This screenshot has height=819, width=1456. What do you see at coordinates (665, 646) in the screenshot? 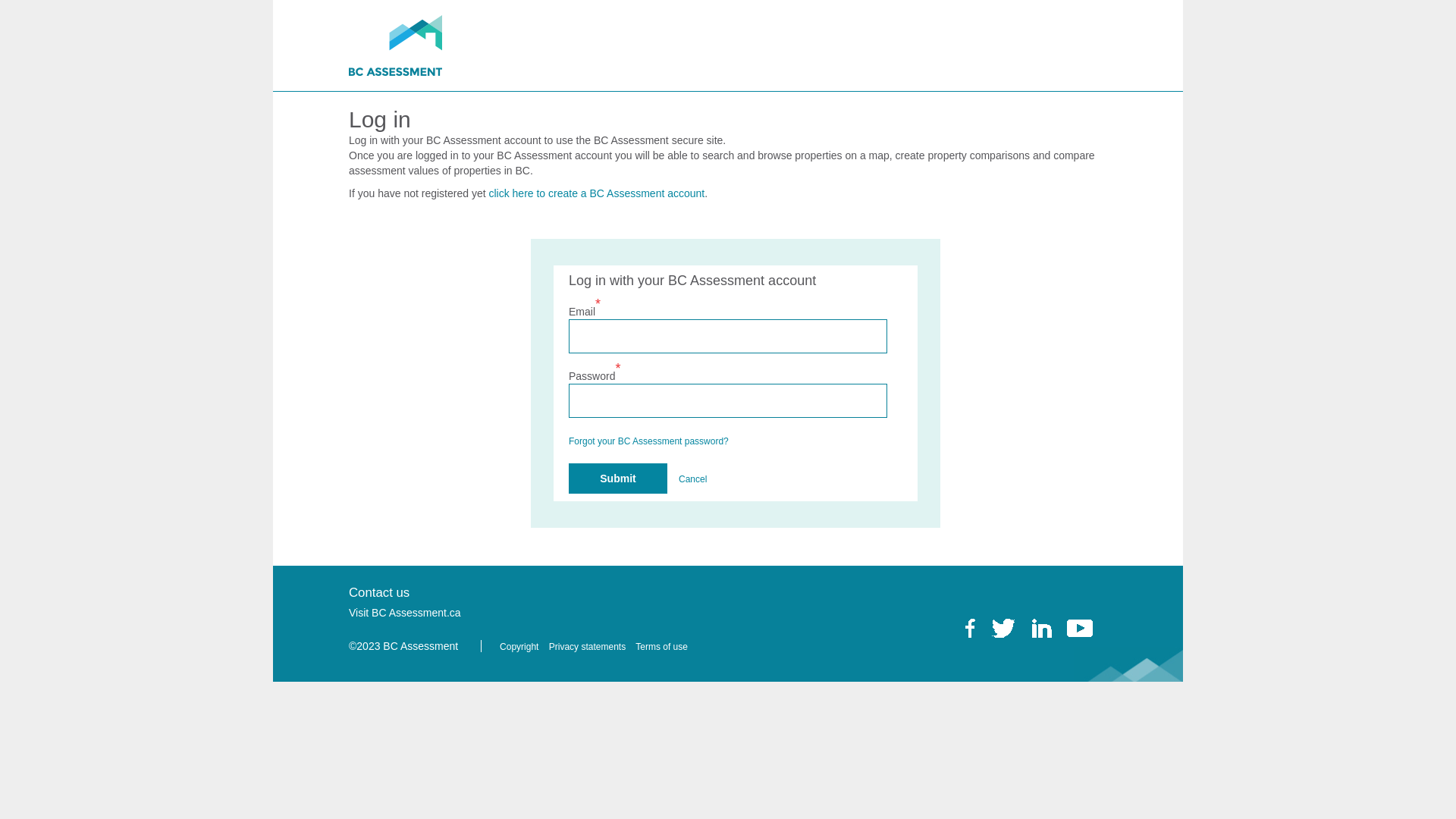
I see `'Terms of use'` at bounding box center [665, 646].